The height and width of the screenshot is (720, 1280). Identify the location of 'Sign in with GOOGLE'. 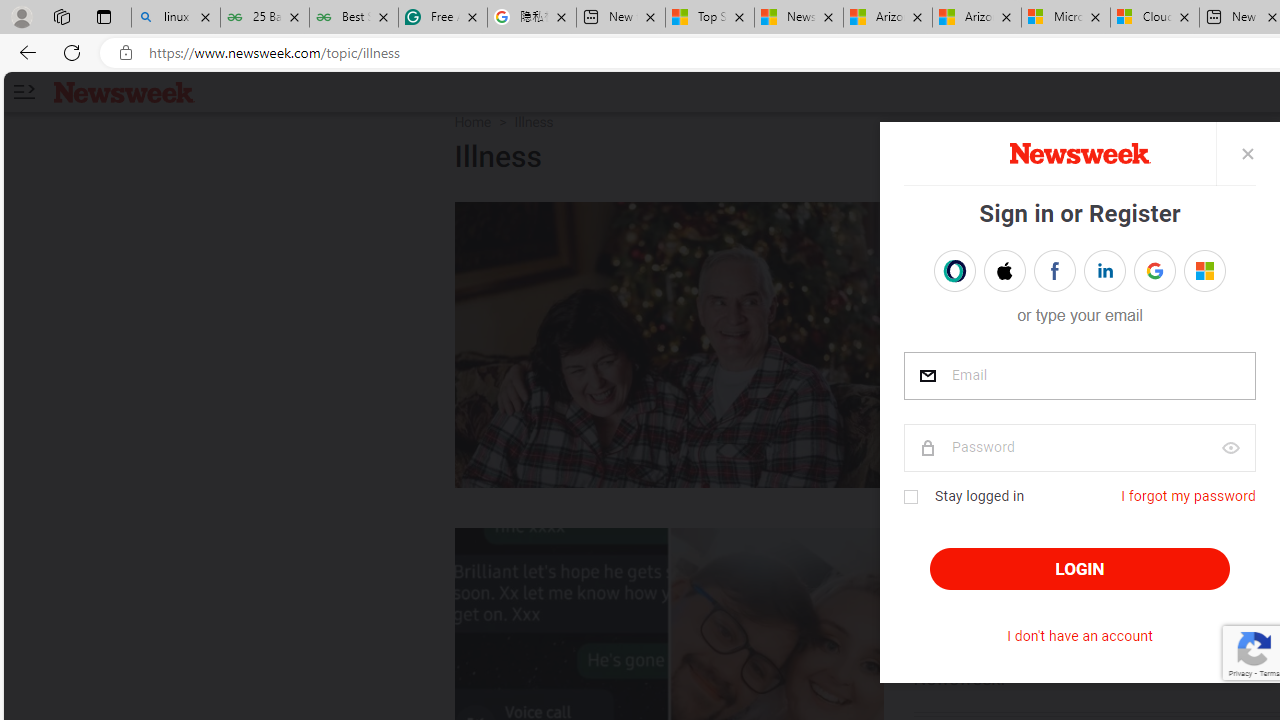
(1154, 271).